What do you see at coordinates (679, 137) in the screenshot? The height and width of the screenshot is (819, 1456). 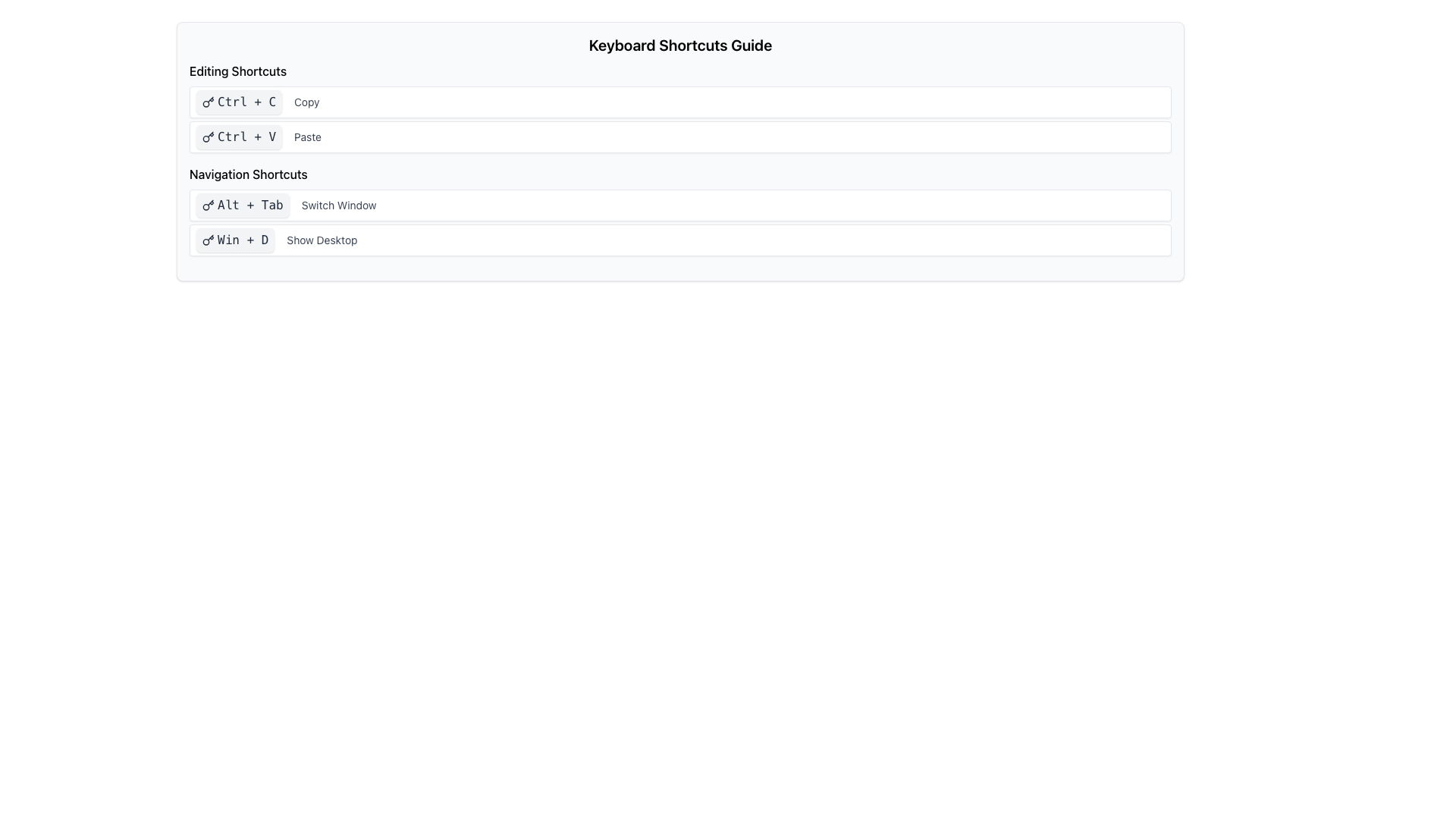 I see `the list item that represents the keyboard shortcut for pasting, displaying 'Ctrl + V' and the description 'Paste'` at bounding box center [679, 137].